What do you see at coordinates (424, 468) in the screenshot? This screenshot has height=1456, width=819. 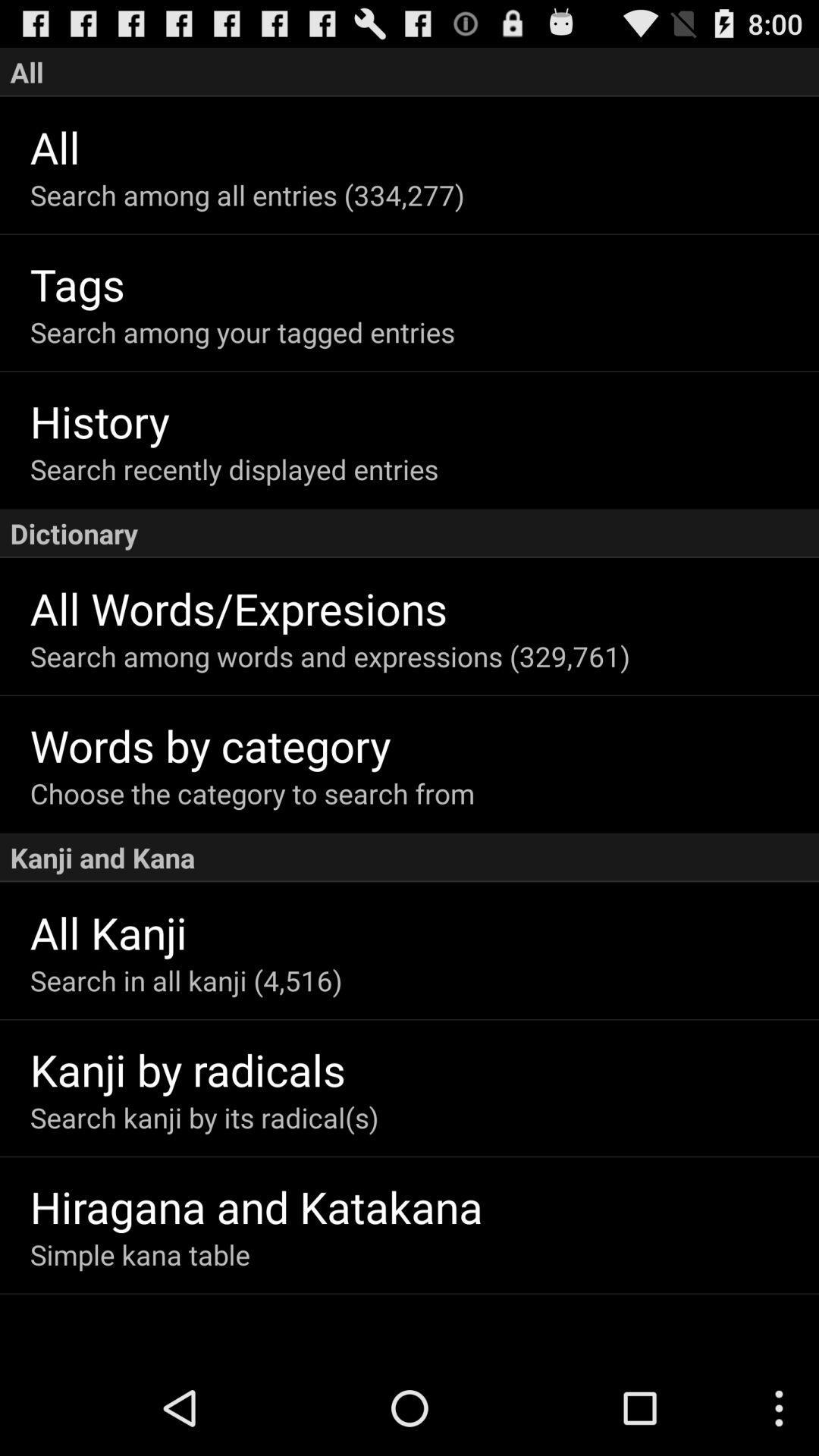 I see `app below history icon` at bounding box center [424, 468].